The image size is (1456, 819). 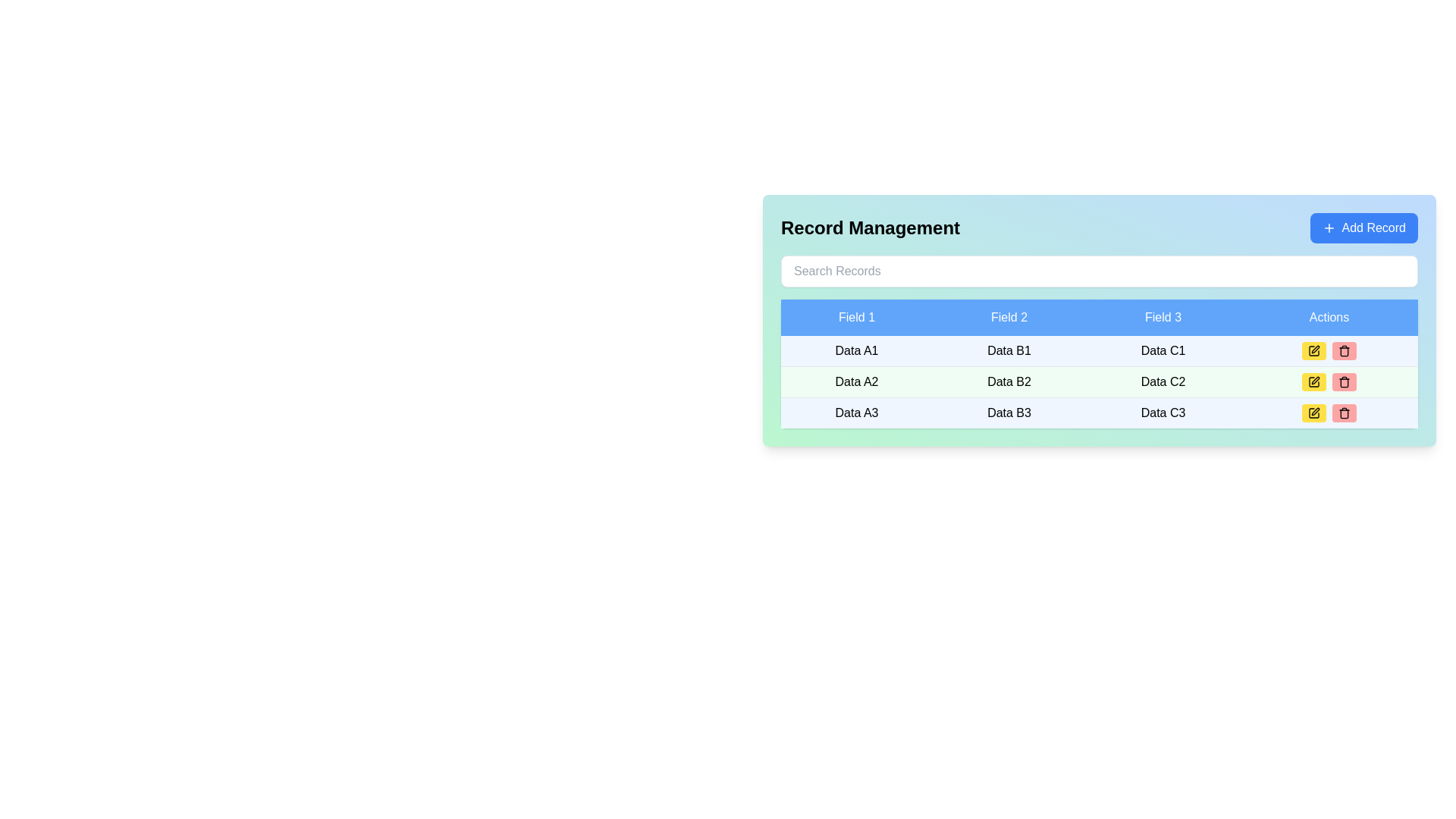 I want to click on the yellow pen icon button in the 'Actions' column of the second row of the table, so click(x=1313, y=350).